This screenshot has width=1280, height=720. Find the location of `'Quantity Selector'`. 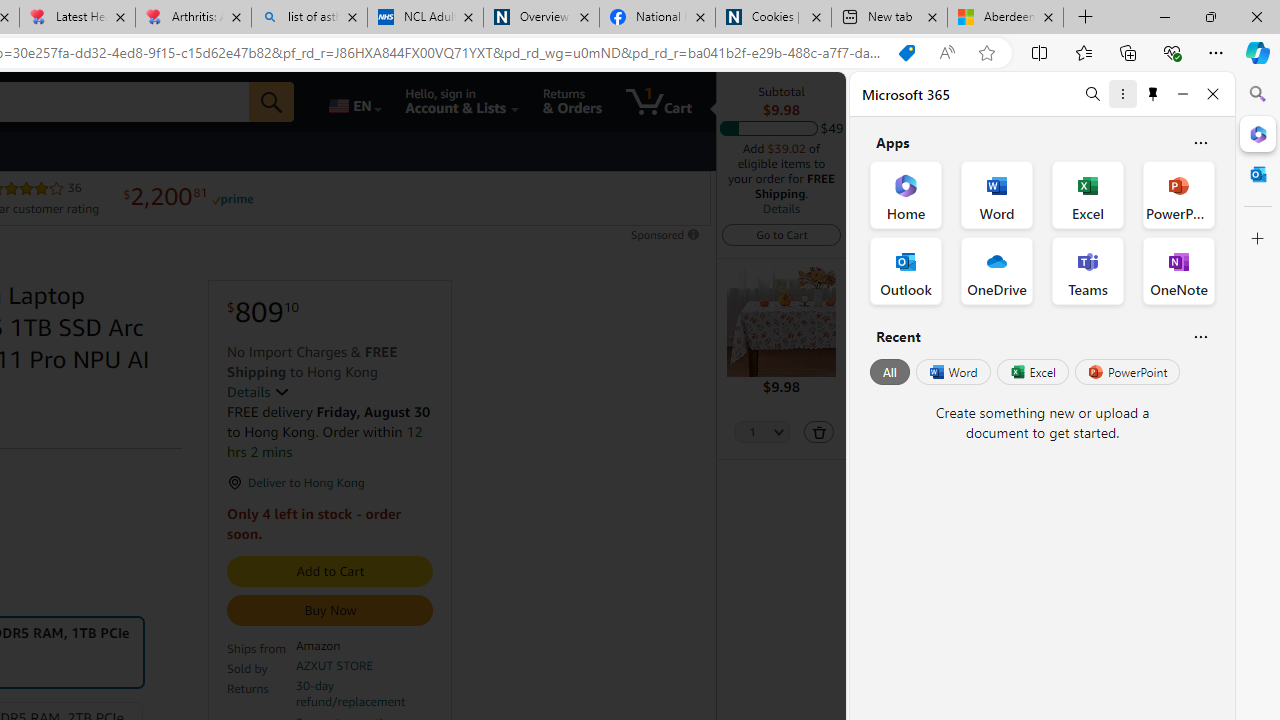

'Quantity Selector' is located at coordinates (761, 432).